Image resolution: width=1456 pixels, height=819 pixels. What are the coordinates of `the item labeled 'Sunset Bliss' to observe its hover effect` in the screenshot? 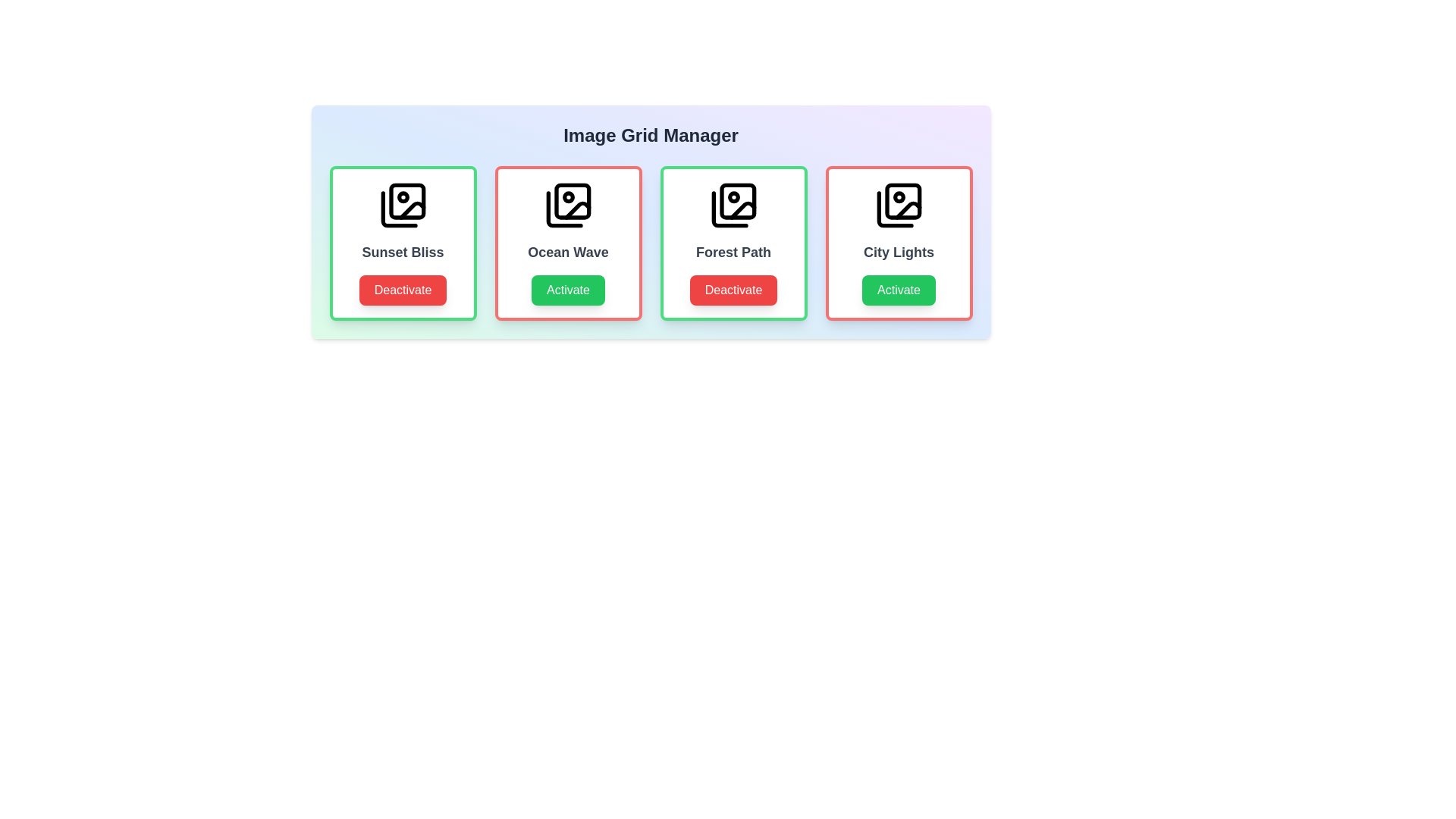 It's located at (403, 242).